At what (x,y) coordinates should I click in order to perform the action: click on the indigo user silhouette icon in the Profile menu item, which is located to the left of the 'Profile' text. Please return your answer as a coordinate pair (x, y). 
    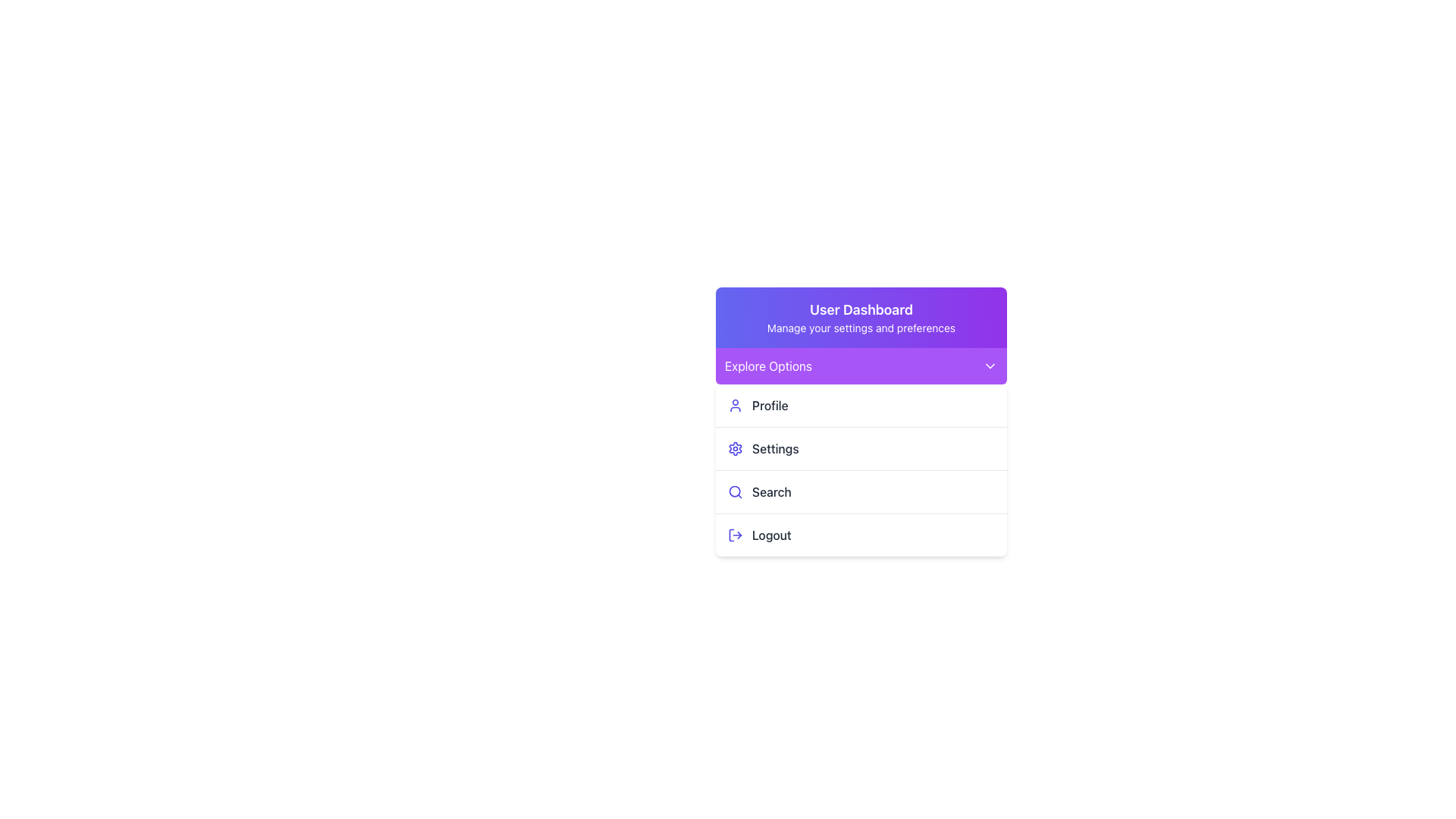
    Looking at the image, I should click on (735, 405).